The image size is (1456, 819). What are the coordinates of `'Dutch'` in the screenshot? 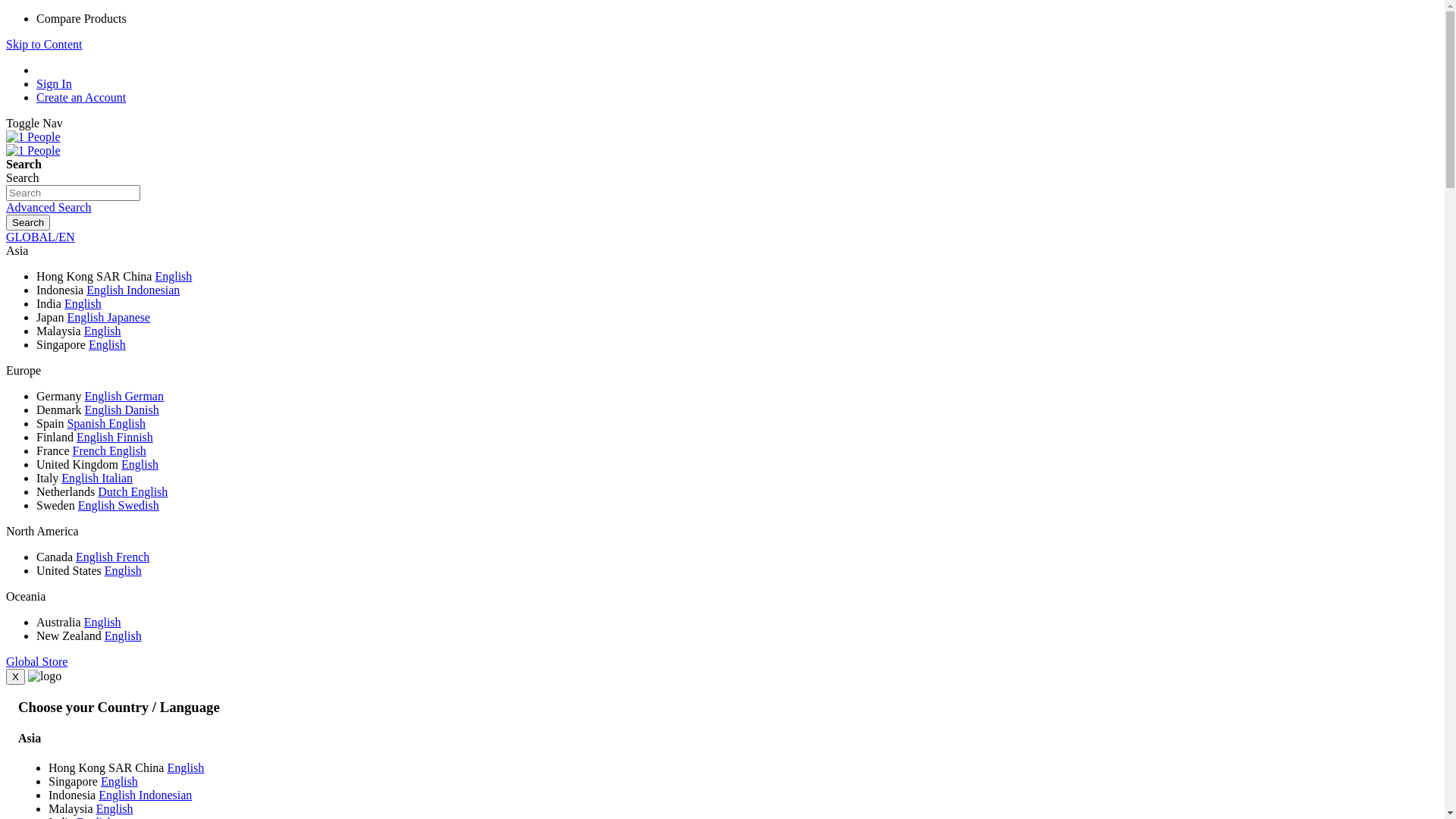 It's located at (97, 491).